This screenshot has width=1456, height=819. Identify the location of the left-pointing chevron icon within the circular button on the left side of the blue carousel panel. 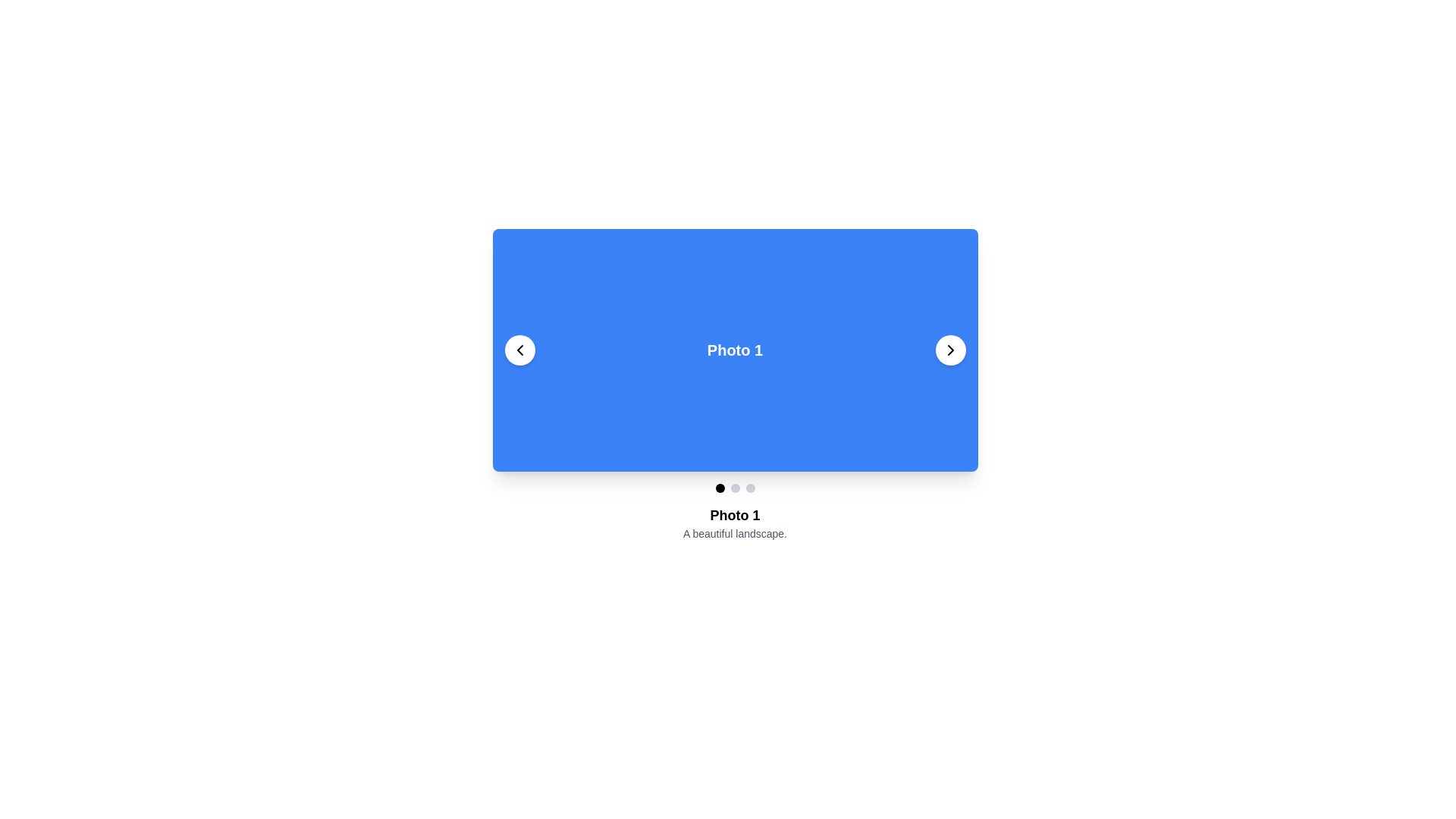
(519, 350).